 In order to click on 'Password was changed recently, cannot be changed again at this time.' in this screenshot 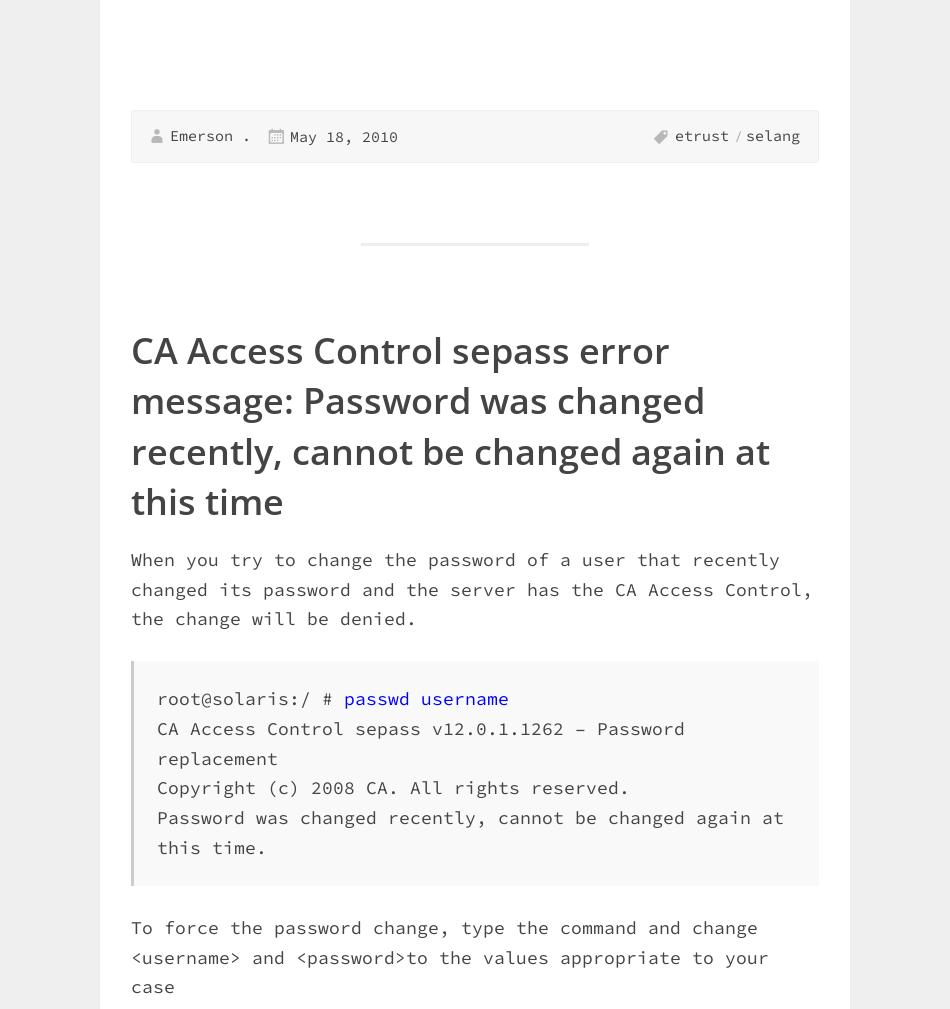, I will do `click(469, 832)`.